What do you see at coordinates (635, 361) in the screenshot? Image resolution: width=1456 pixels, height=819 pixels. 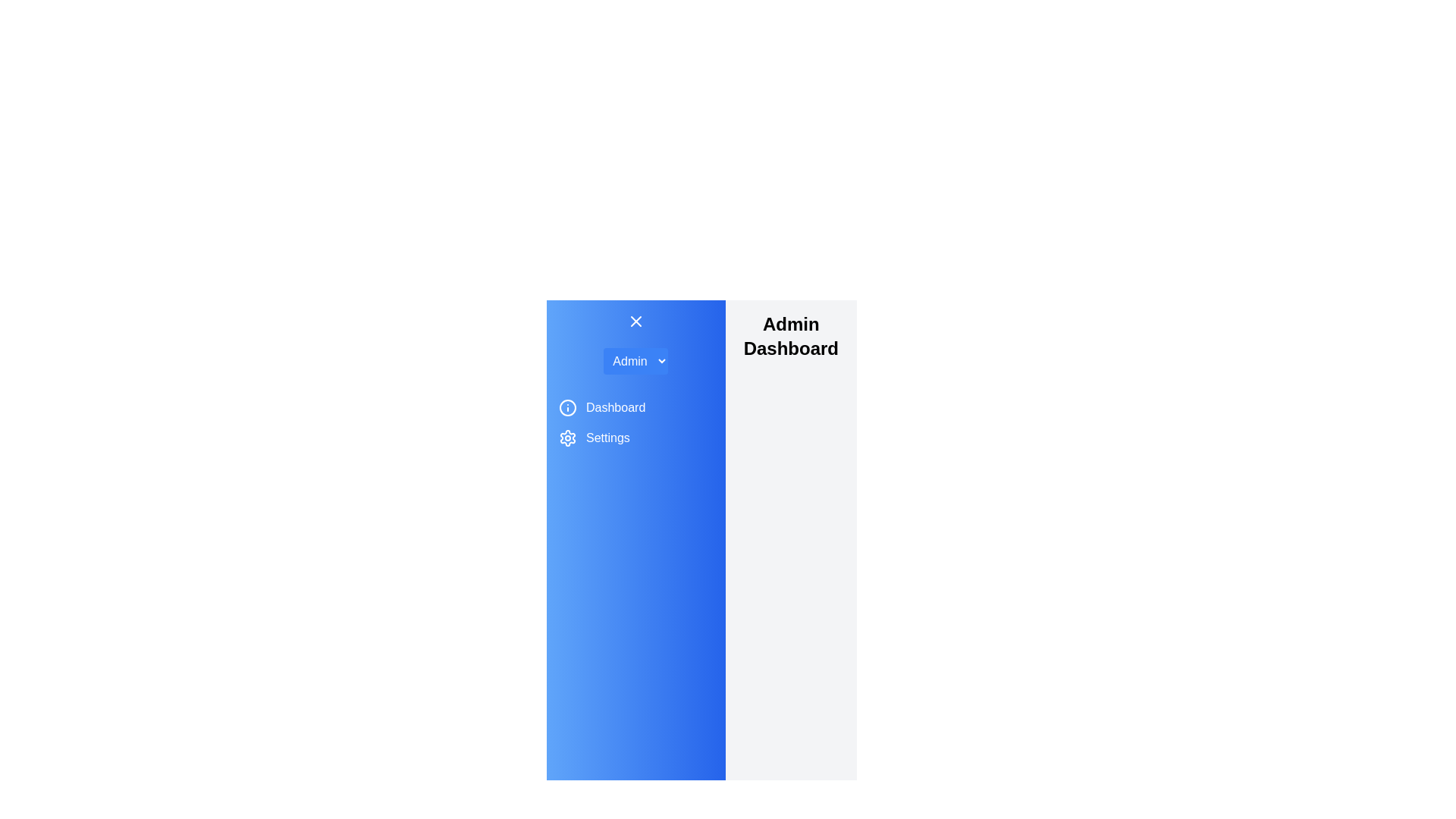 I see `the role Admin from the dropdown menu` at bounding box center [635, 361].